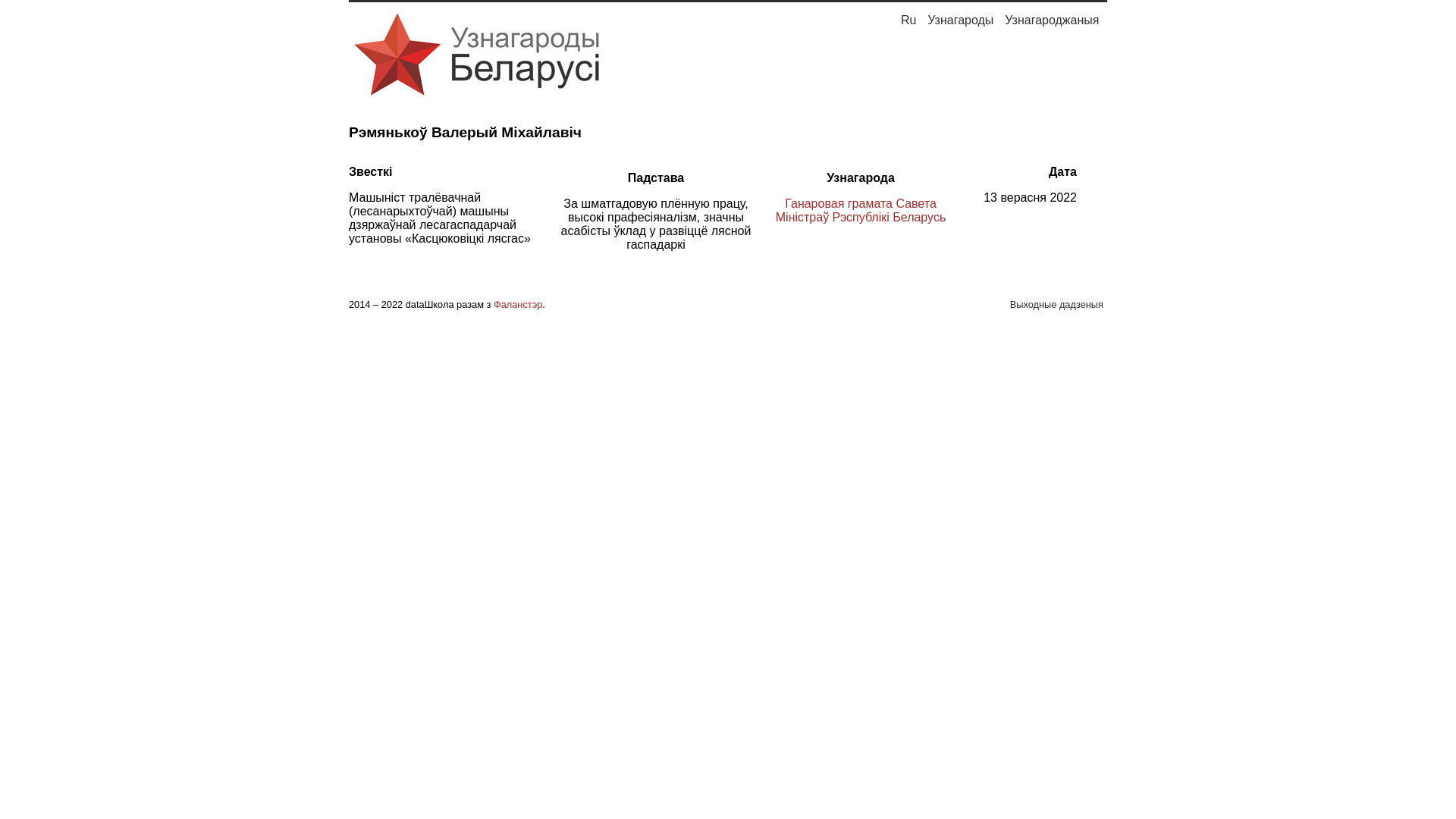 The image size is (1456, 819). I want to click on 'Ru', so click(908, 20).